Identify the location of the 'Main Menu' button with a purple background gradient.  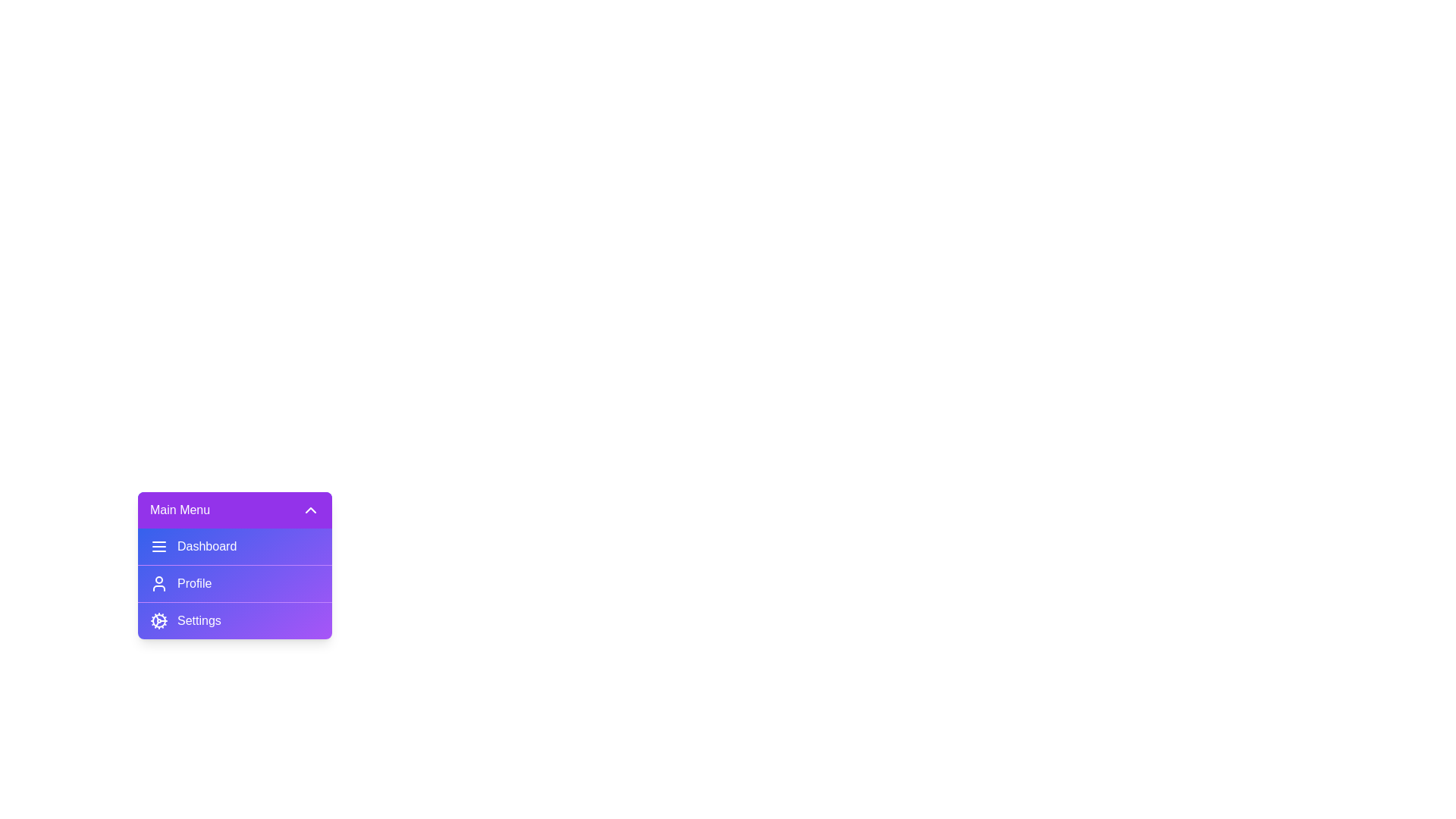
(234, 510).